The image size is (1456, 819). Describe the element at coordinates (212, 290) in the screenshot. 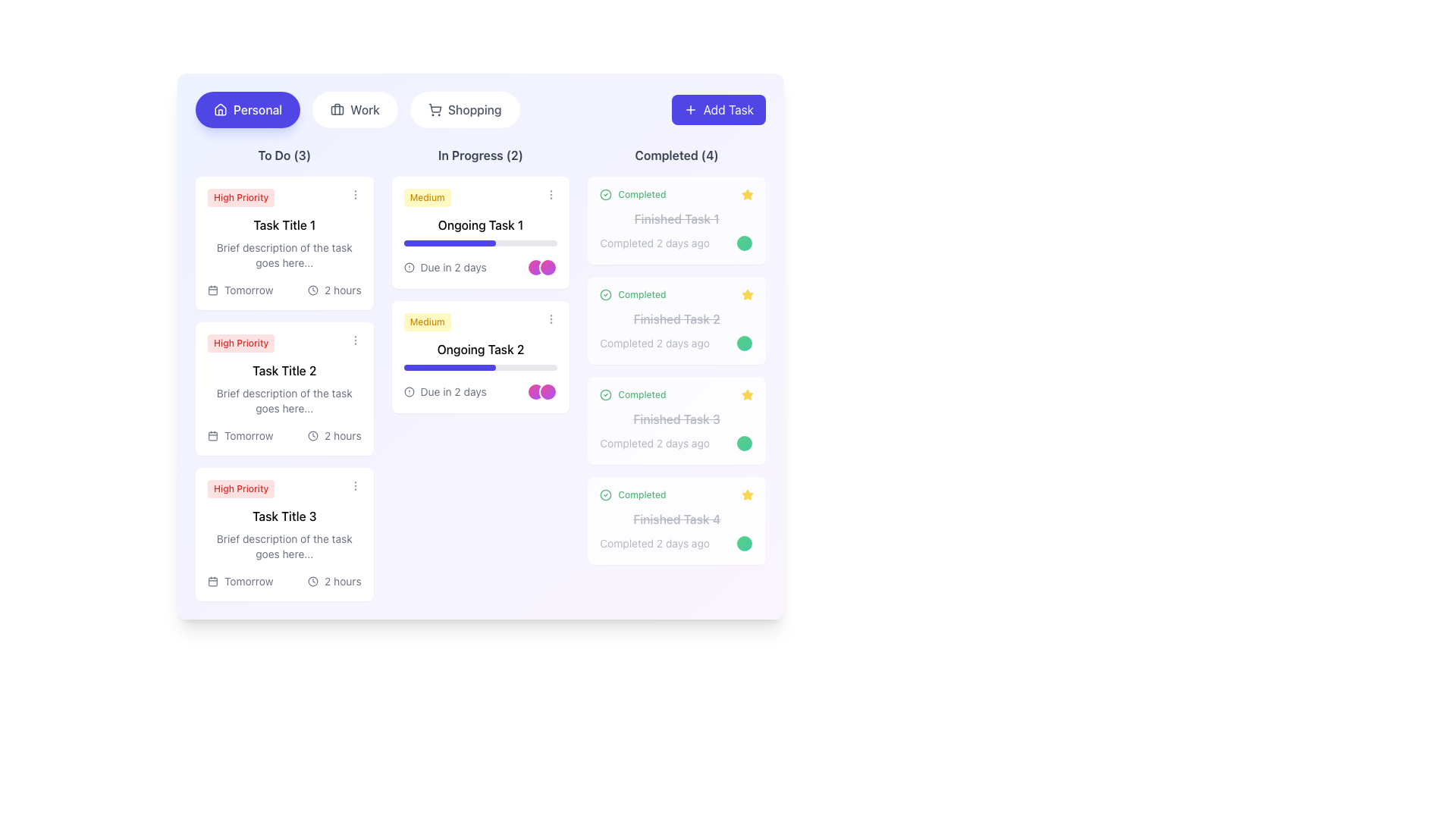

I see `the rounded rectangular graphic that forms part of the calendar icon located in the bottom-left corner of the task card titled 'Task Title 1' in the 'To Do' list column` at that location.